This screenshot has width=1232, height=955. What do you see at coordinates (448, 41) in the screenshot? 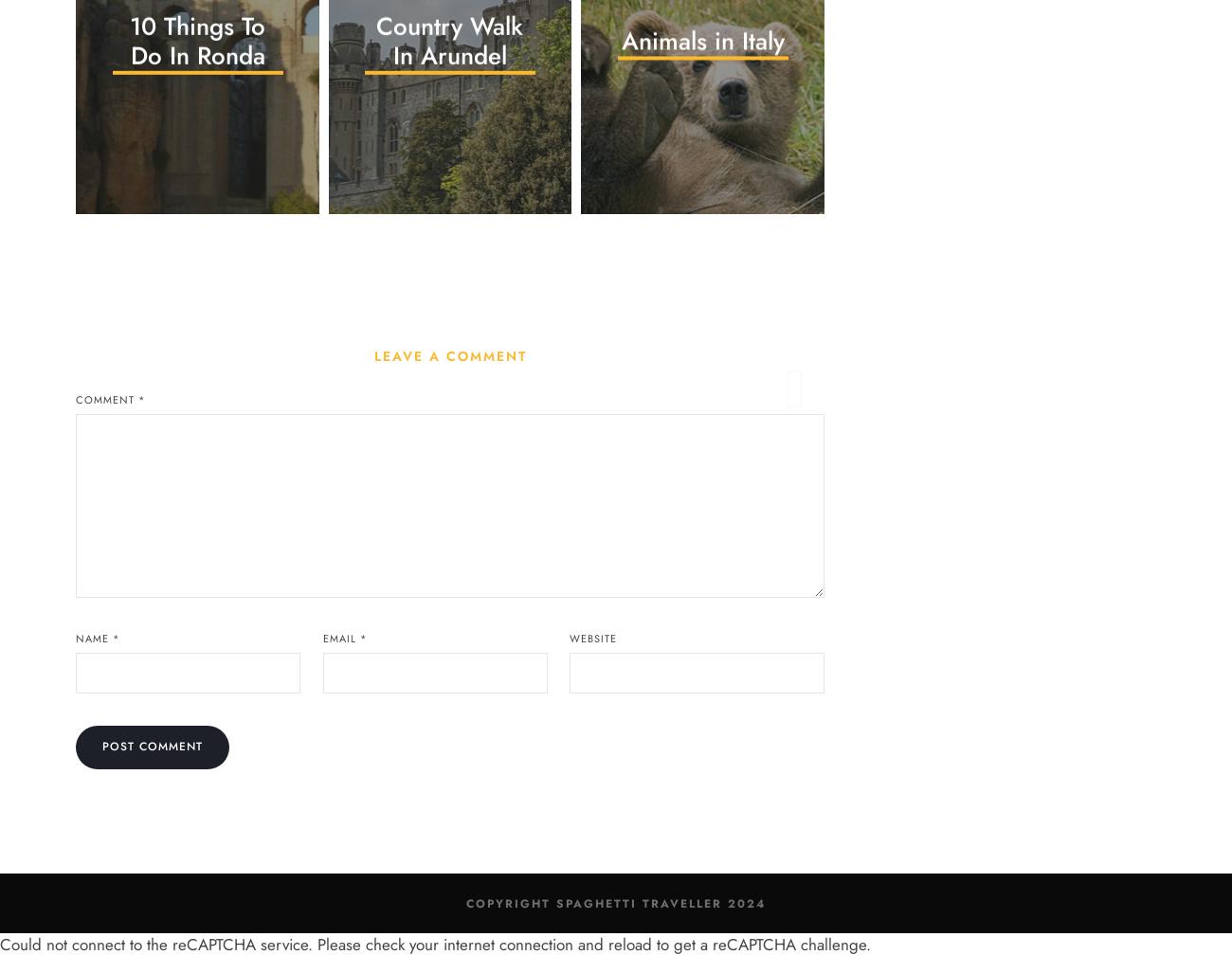
I see `'Country Walk In Arundel'` at bounding box center [448, 41].